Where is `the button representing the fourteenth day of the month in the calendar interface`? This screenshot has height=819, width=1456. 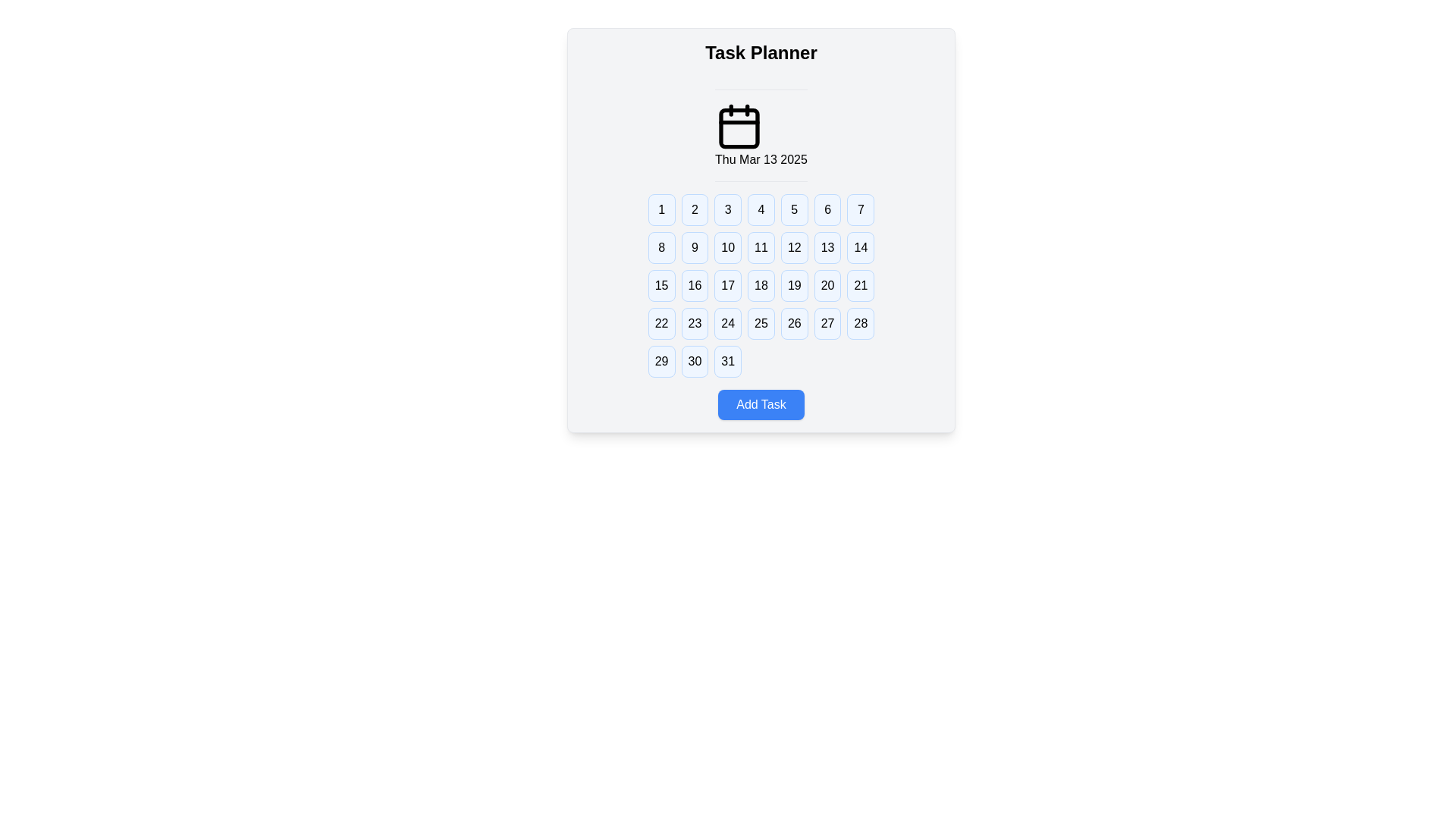 the button representing the fourteenth day of the month in the calendar interface is located at coordinates (861, 247).